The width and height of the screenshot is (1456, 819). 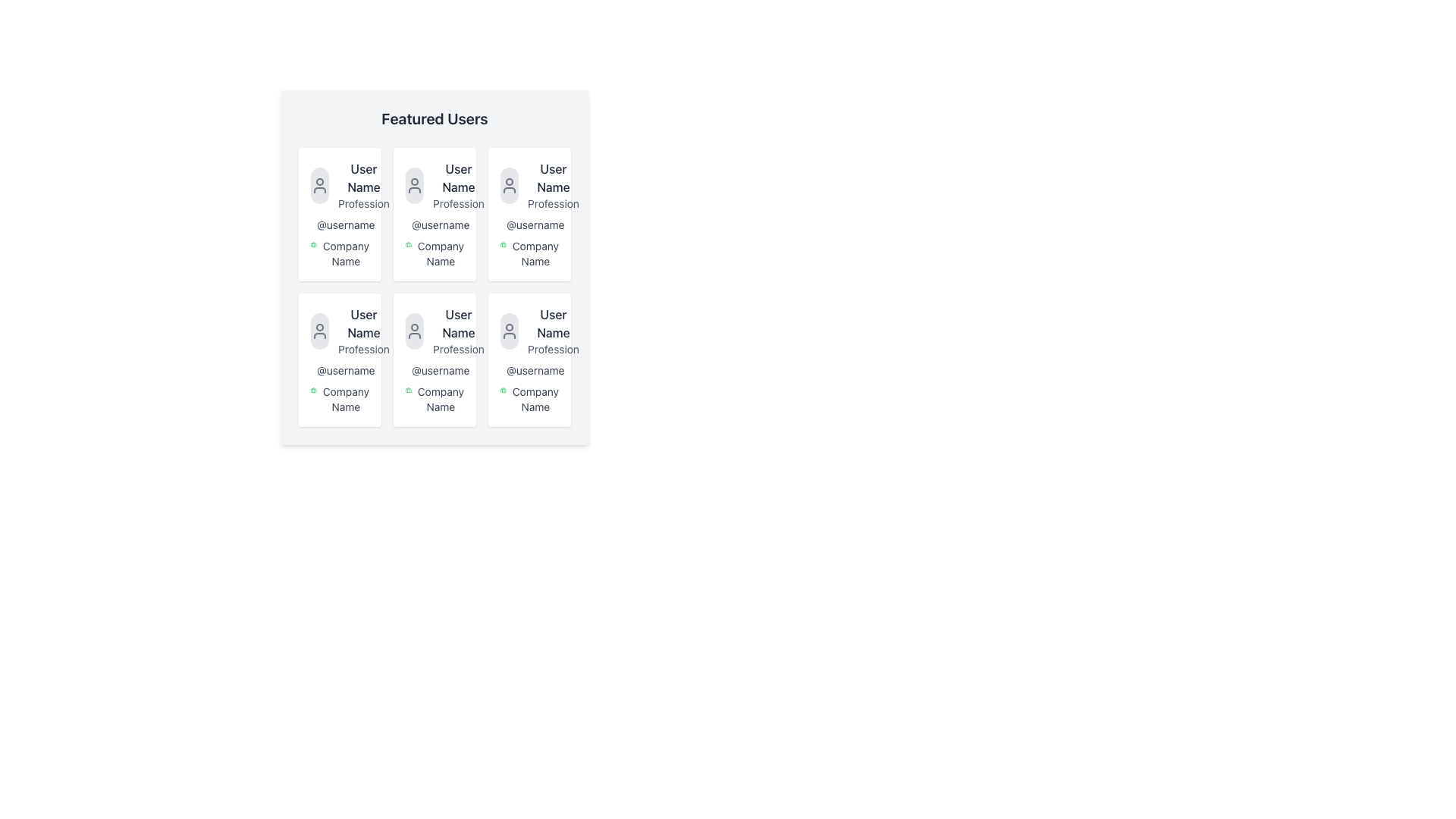 What do you see at coordinates (434, 267) in the screenshot?
I see `the second user card in the 'Featured Users' grid layout, which has a white background, rounded corners, and contains an avatar, user name, profession, '@username', and 'Company Name' label` at bounding box center [434, 267].